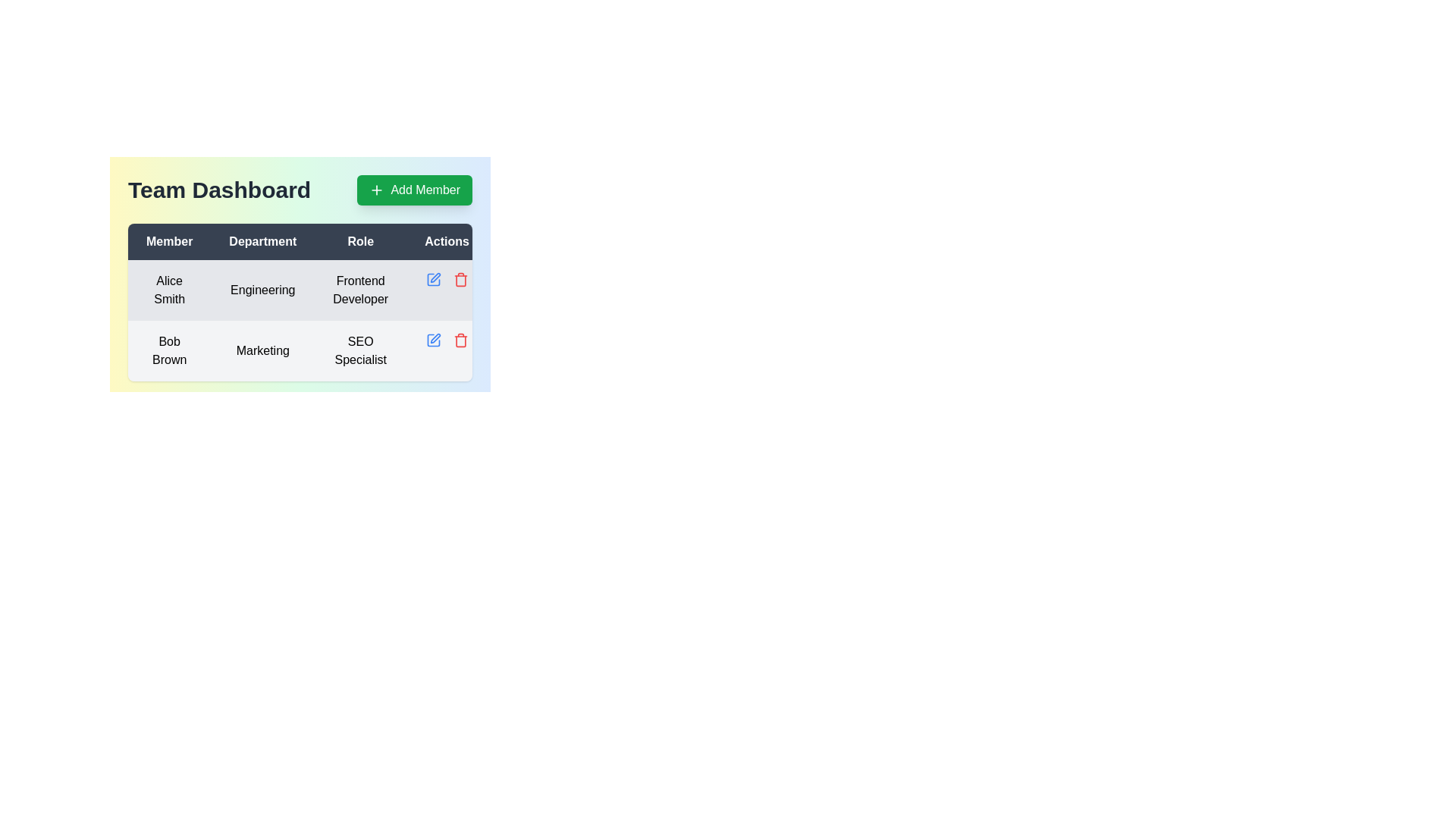  Describe the element at coordinates (359, 241) in the screenshot. I see `the Table Header Cell labeled 'Role', which is the third column header in the table, positioned between 'Department' and 'Actions'` at that location.